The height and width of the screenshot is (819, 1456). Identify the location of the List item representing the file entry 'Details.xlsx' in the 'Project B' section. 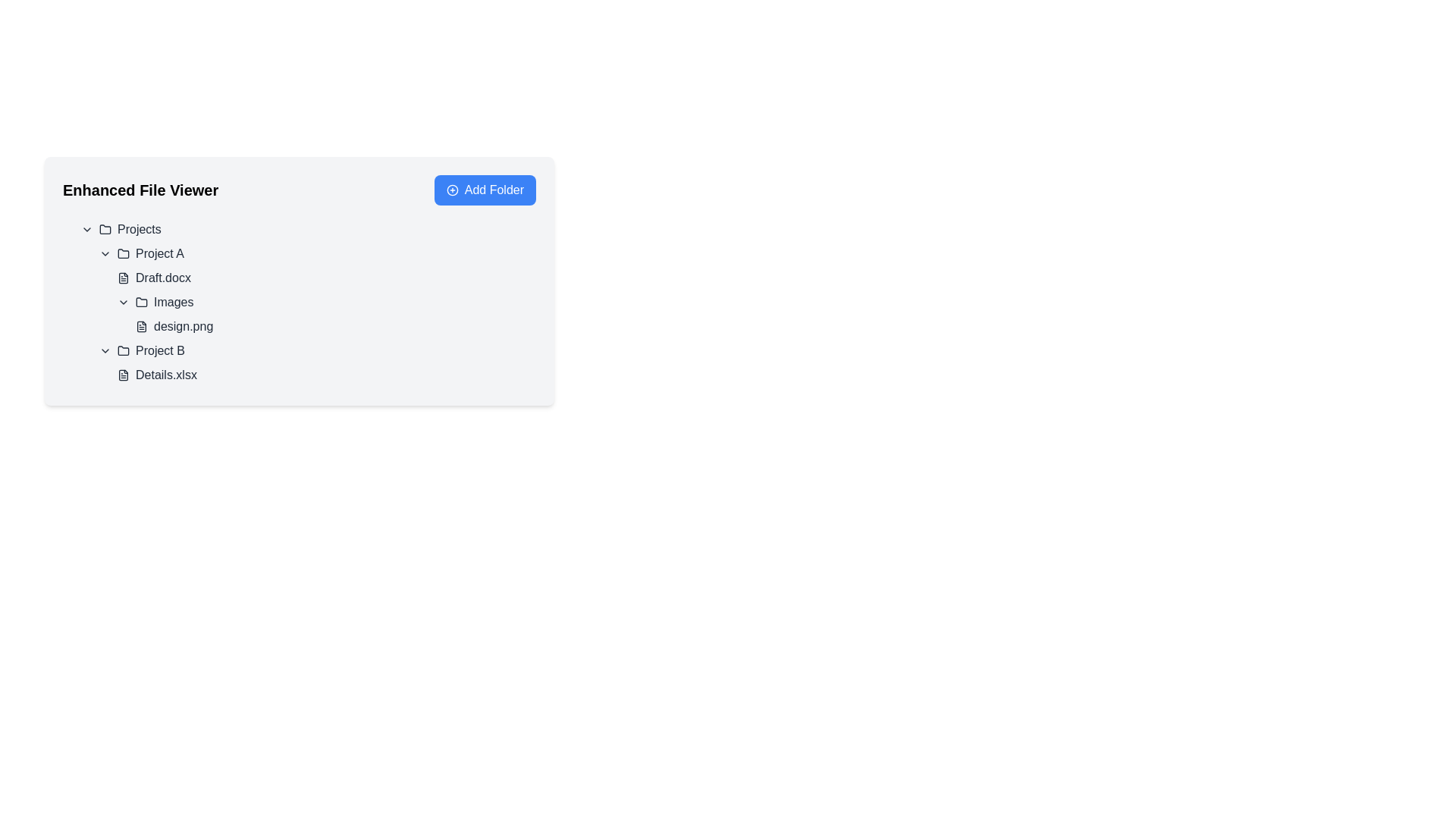
(326, 375).